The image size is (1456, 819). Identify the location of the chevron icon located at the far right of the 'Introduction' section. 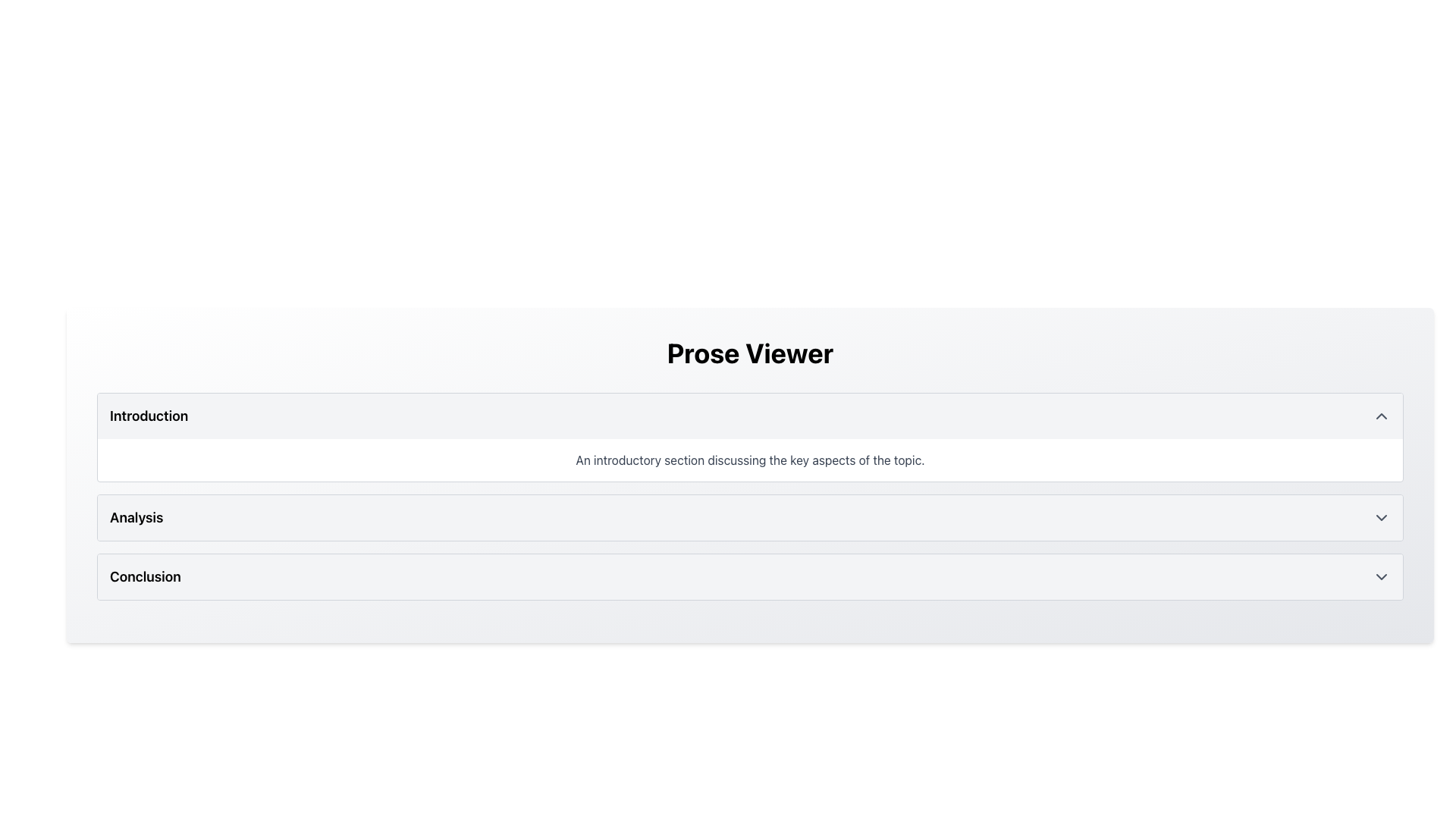
(1382, 416).